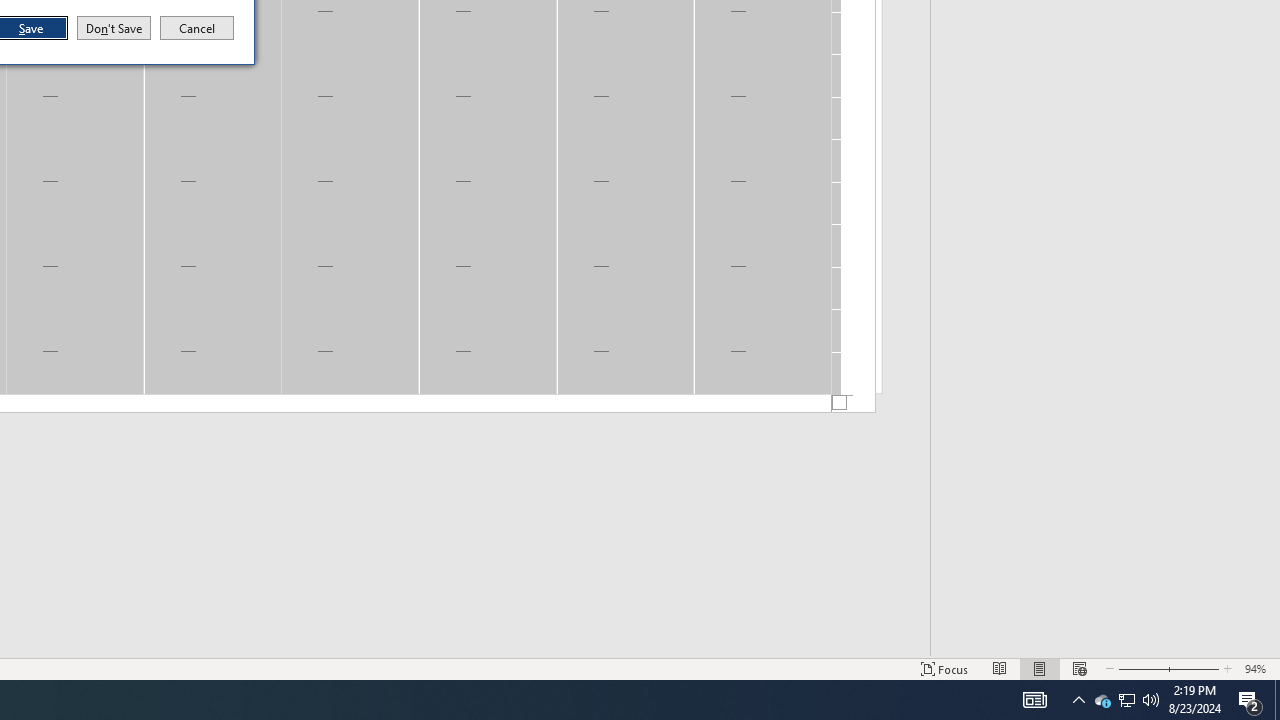  I want to click on 'AutomationID: 4105', so click(1034, 698).